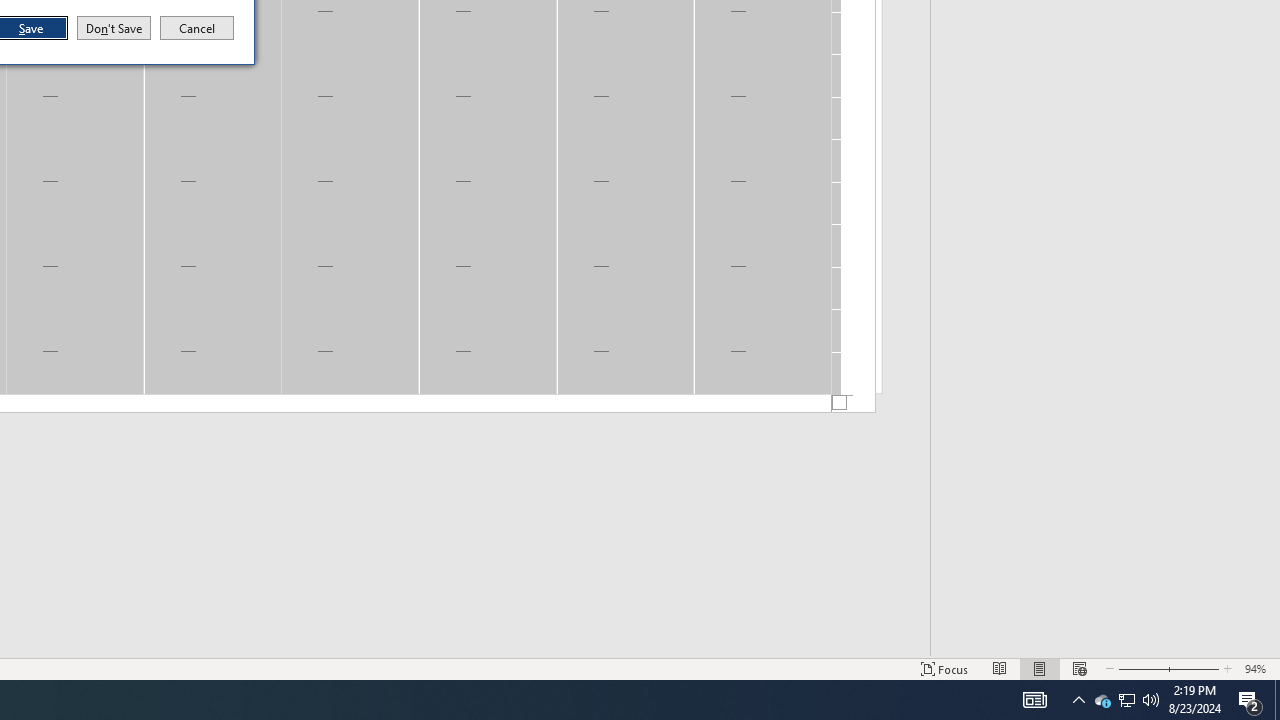  I want to click on 'AutomationID: 4105', so click(1034, 698).